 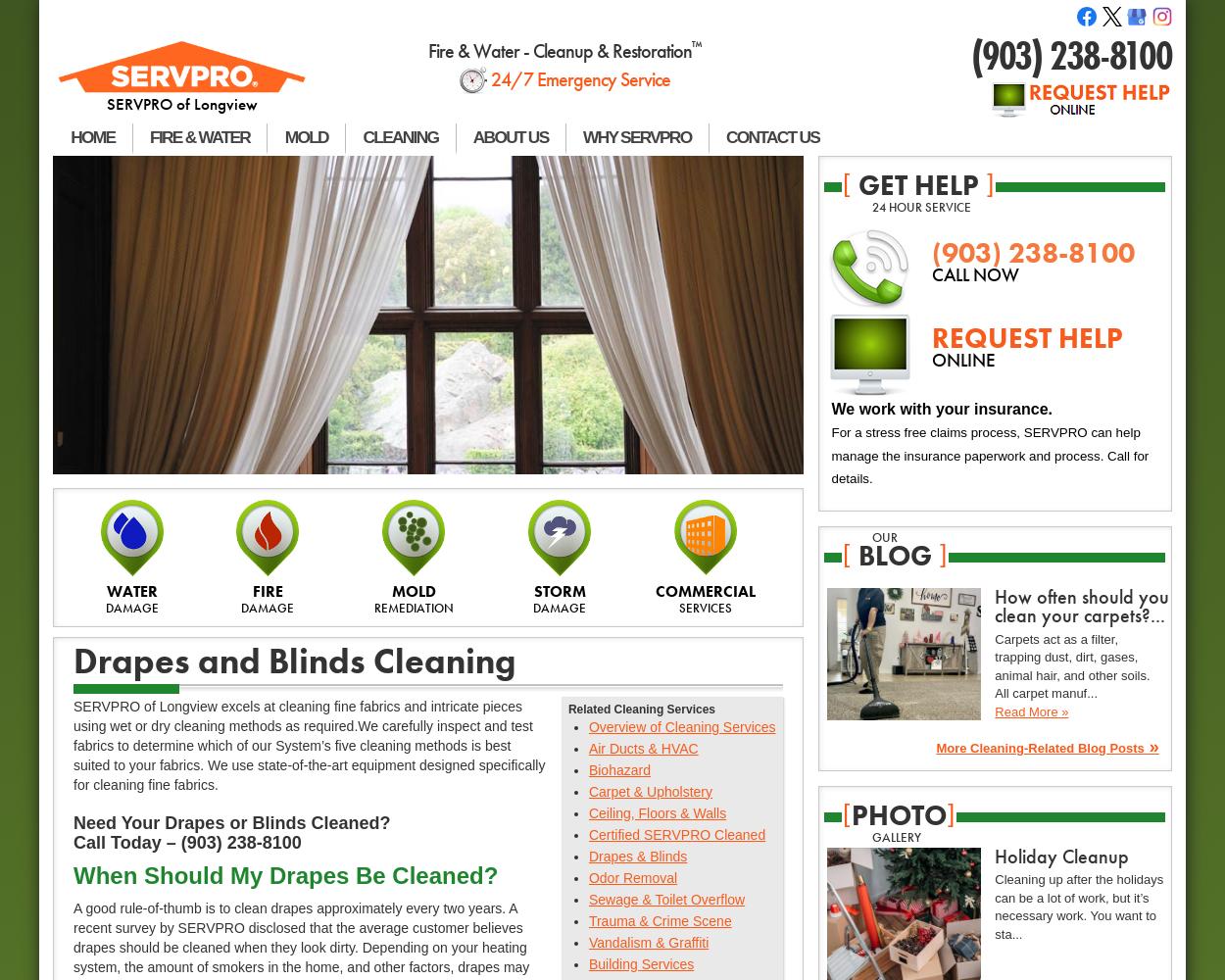 I want to click on 'get help', so click(x=917, y=184).